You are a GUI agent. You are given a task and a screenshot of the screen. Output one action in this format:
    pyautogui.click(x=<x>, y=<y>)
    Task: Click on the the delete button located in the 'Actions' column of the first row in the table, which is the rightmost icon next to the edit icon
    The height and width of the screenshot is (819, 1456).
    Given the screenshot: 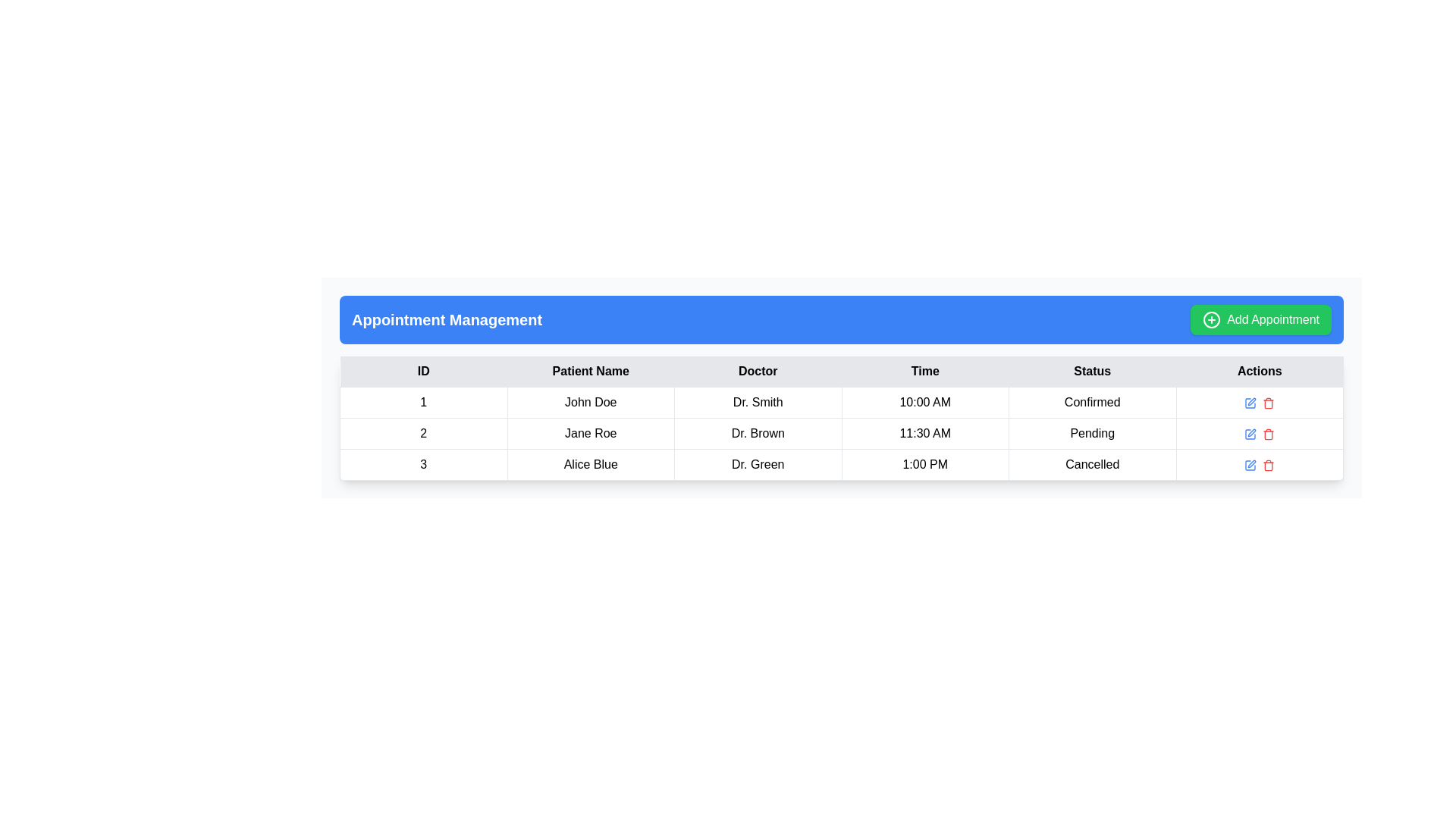 What is the action you would take?
    pyautogui.click(x=1269, y=402)
    